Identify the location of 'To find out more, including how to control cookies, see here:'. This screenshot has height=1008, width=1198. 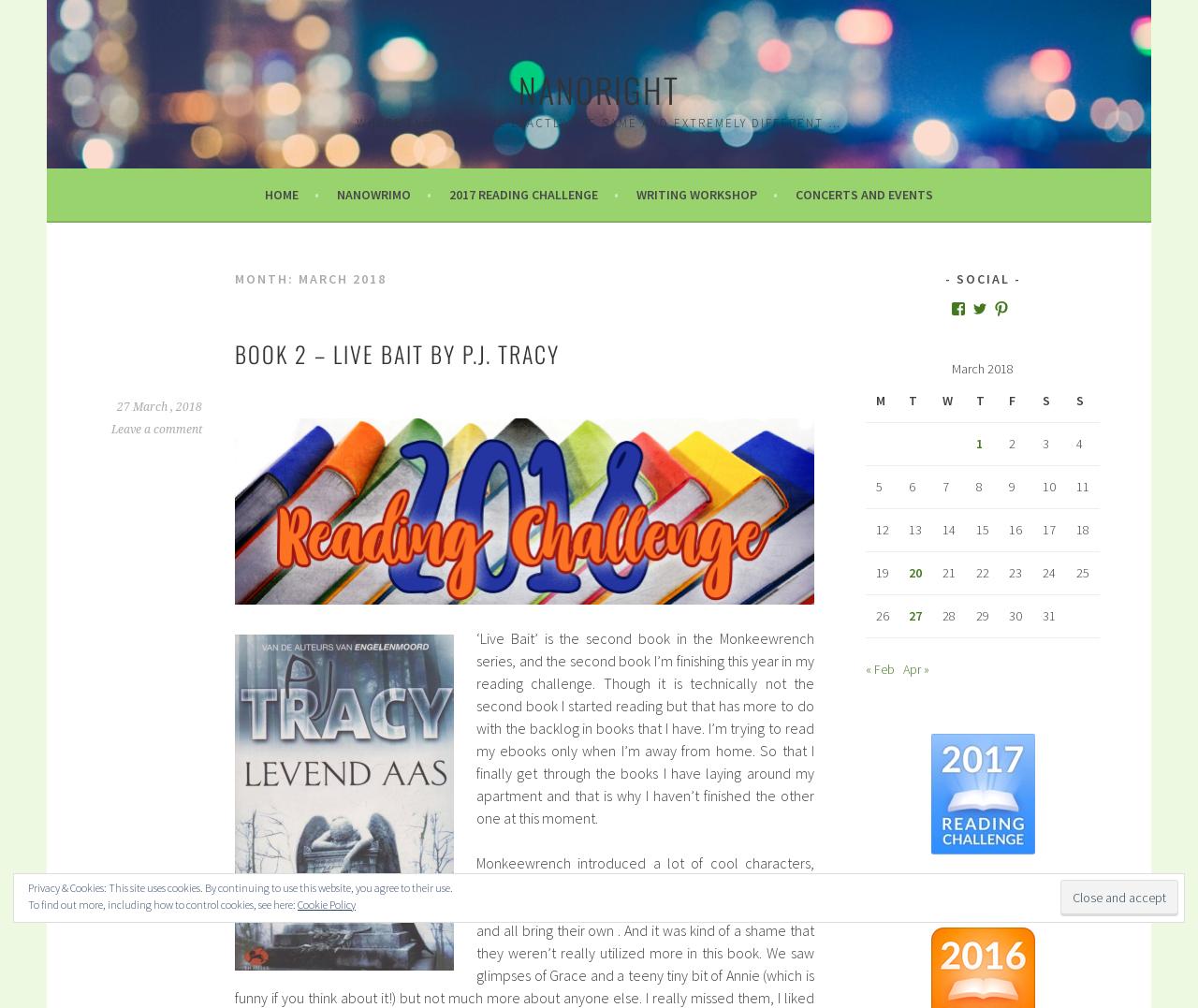
(162, 904).